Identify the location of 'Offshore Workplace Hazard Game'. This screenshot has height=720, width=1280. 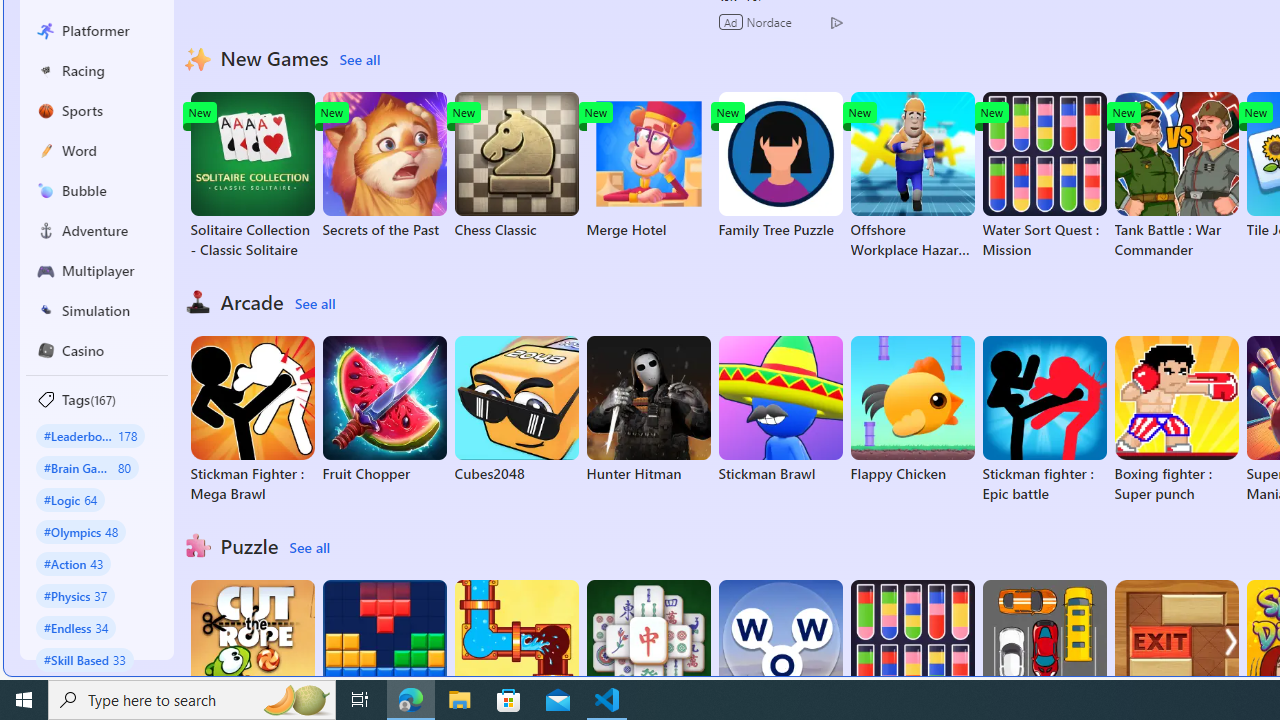
(911, 175).